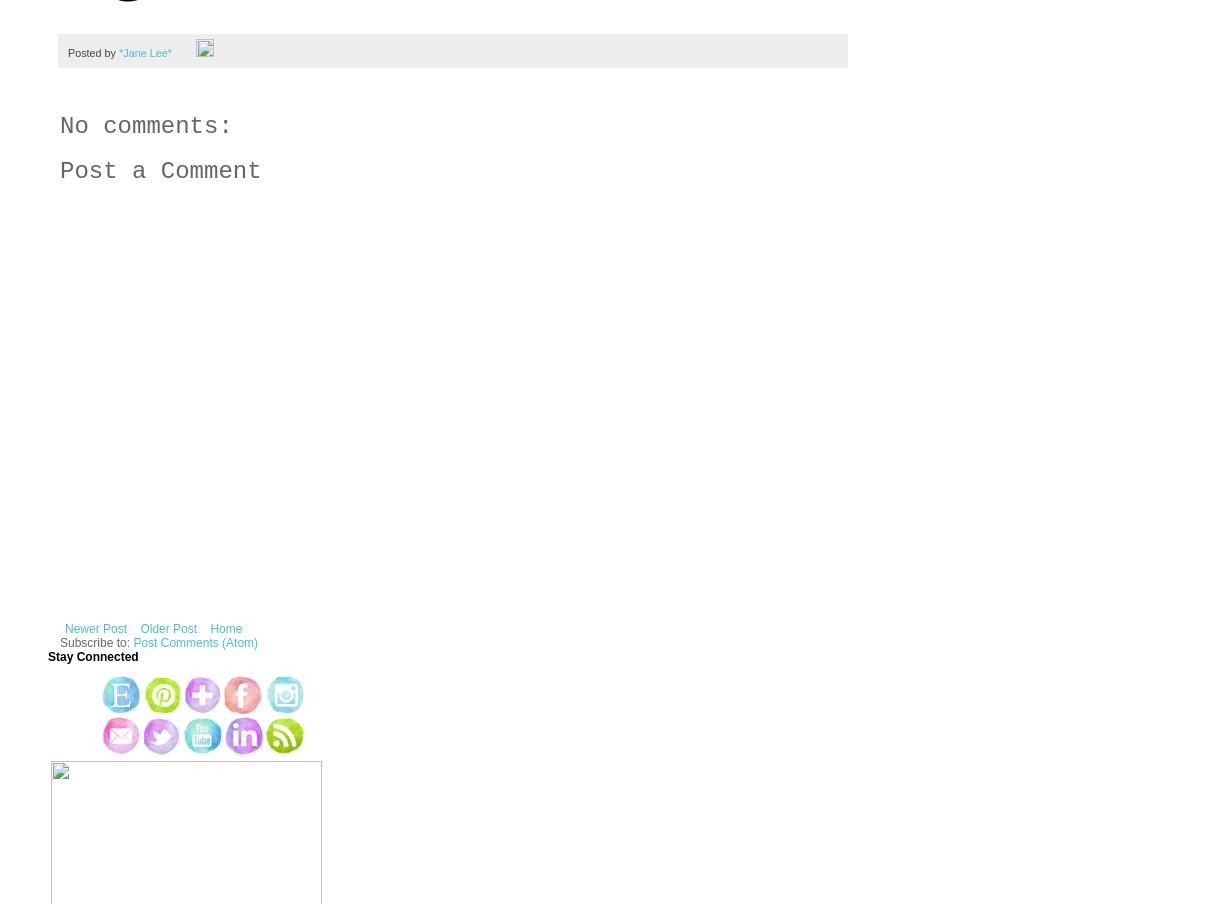 The image size is (1208, 904). What do you see at coordinates (59, 171) in the screenshot?
I see `'Post a Comment'` at bounding box center [59, 171].